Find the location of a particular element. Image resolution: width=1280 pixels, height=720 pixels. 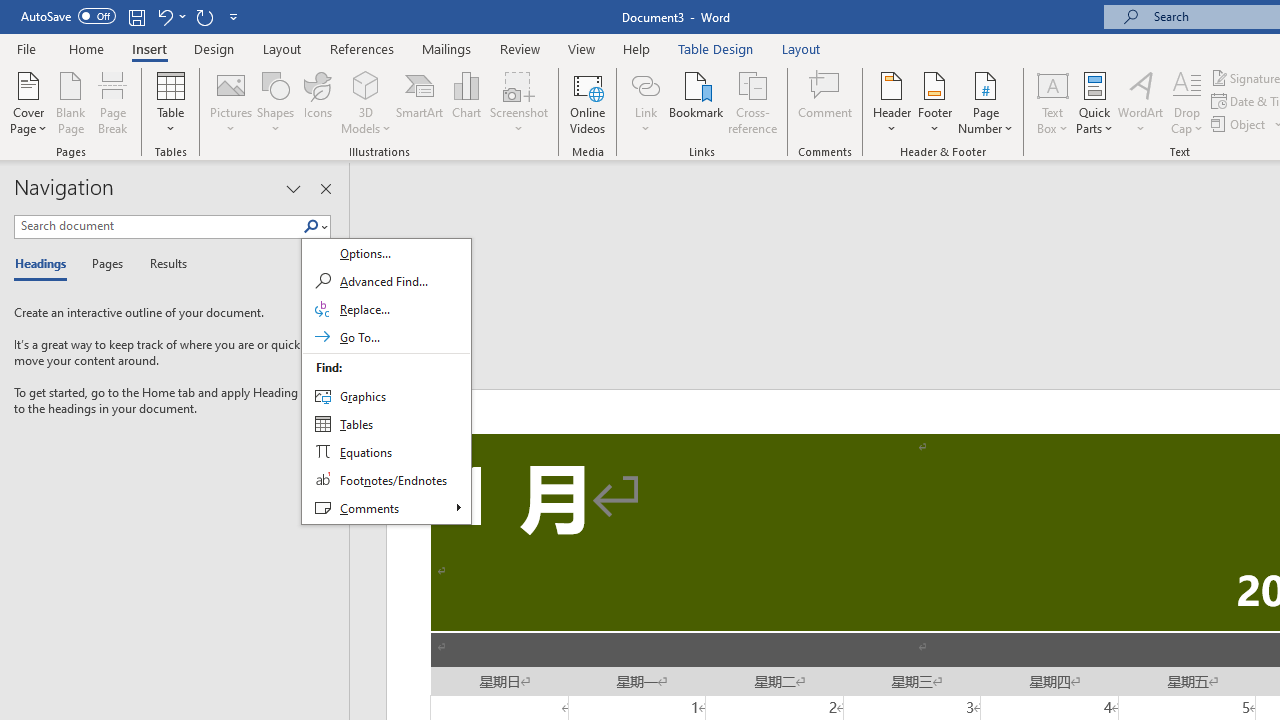

'Pictures' is located at coordinates (231, 103).